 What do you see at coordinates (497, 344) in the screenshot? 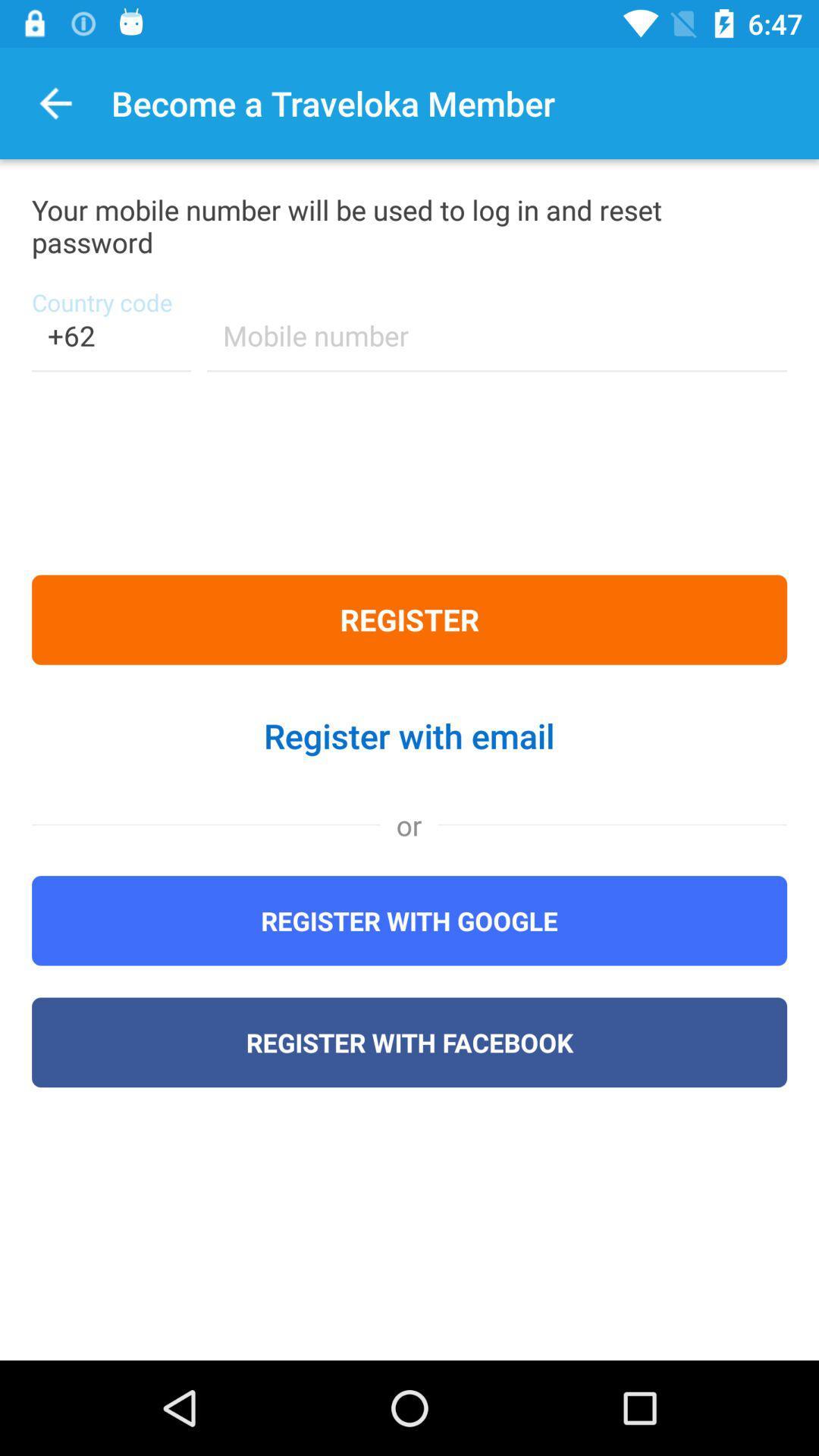
I see `the item above the register icon` at bounding box center [497, 344].